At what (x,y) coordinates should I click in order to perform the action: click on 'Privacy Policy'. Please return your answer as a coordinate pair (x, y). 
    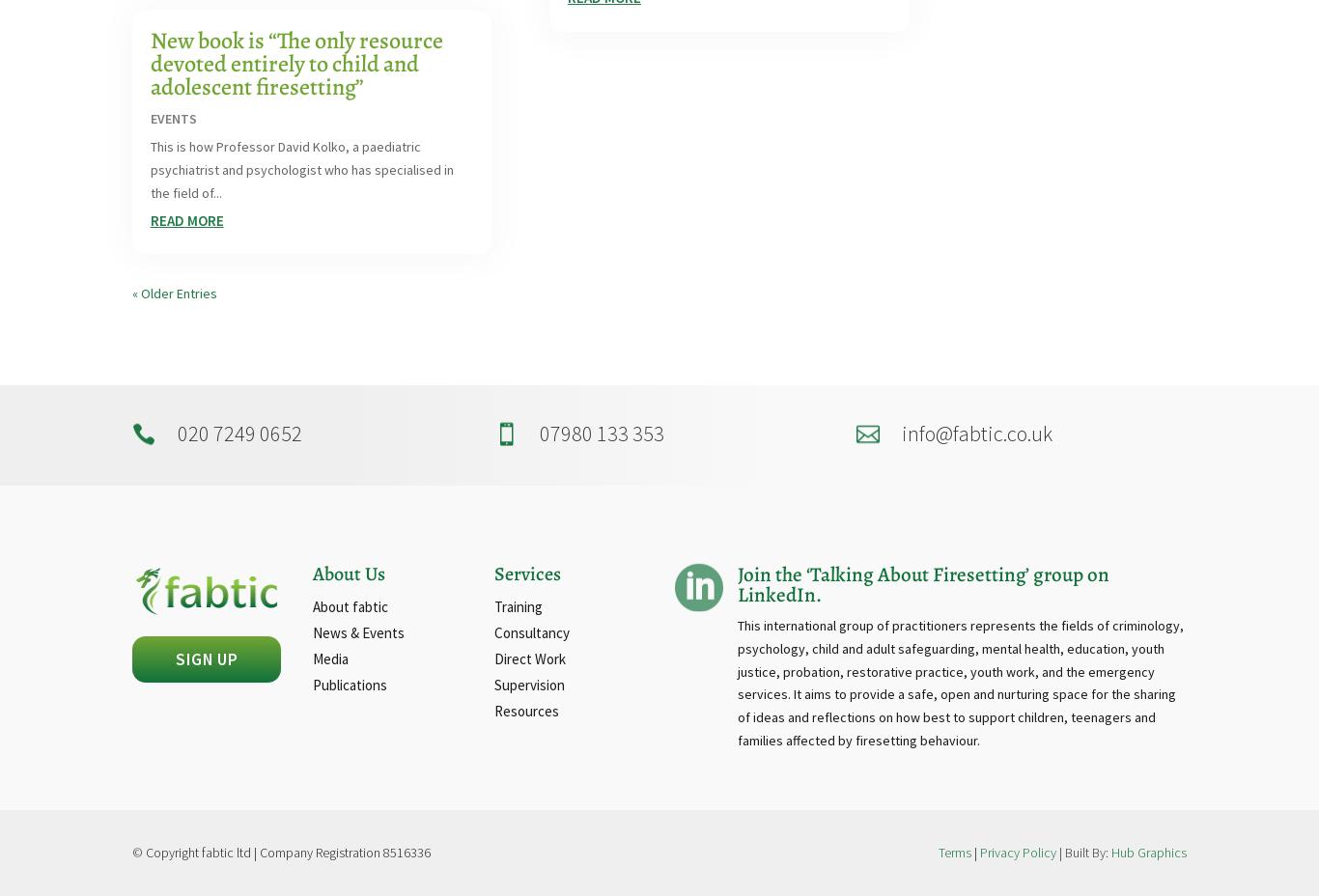
    Looking at the image, I should click on (1017, 852).